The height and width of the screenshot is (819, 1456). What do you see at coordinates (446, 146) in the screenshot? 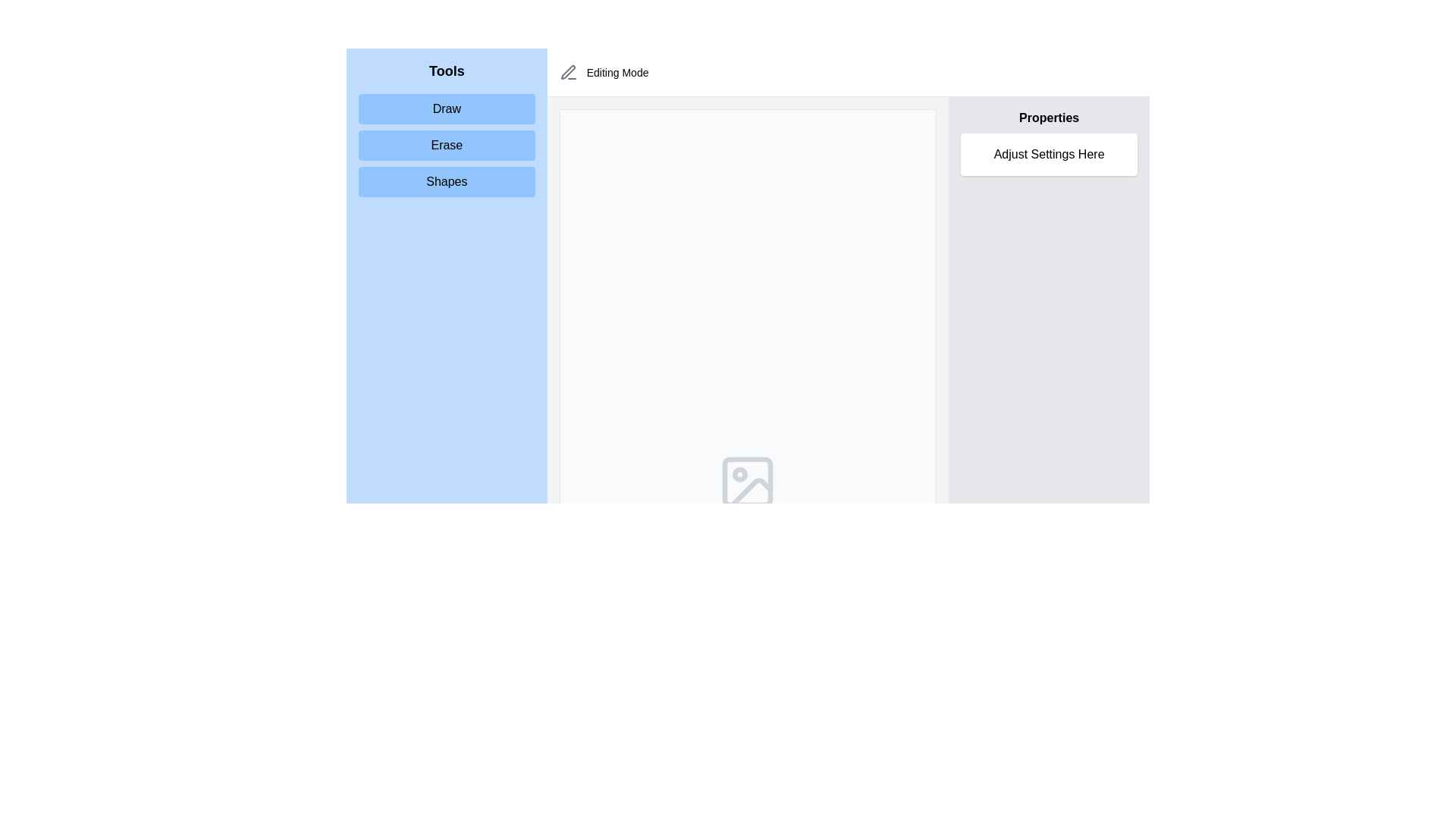
I see `the 'Erase' button located in the left sidebar beneath the 'Tools' header` at bounding box center [446, 146].